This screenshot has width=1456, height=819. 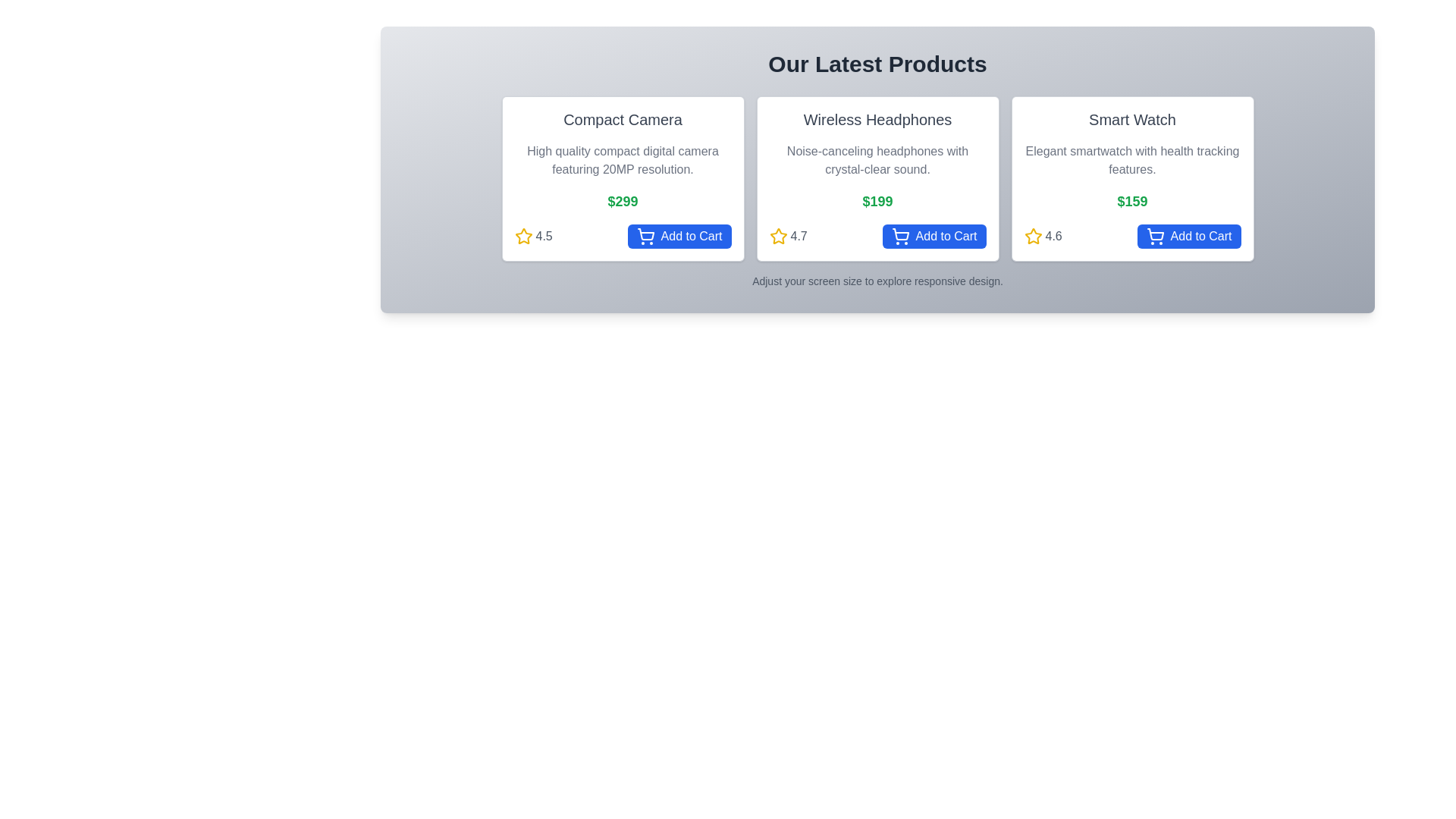 I want to click on the rating indicator icon located within the Smart Watch product card, positioned to the left of the text '4.6' and below the text '$159', so click(x=1032, y=237).